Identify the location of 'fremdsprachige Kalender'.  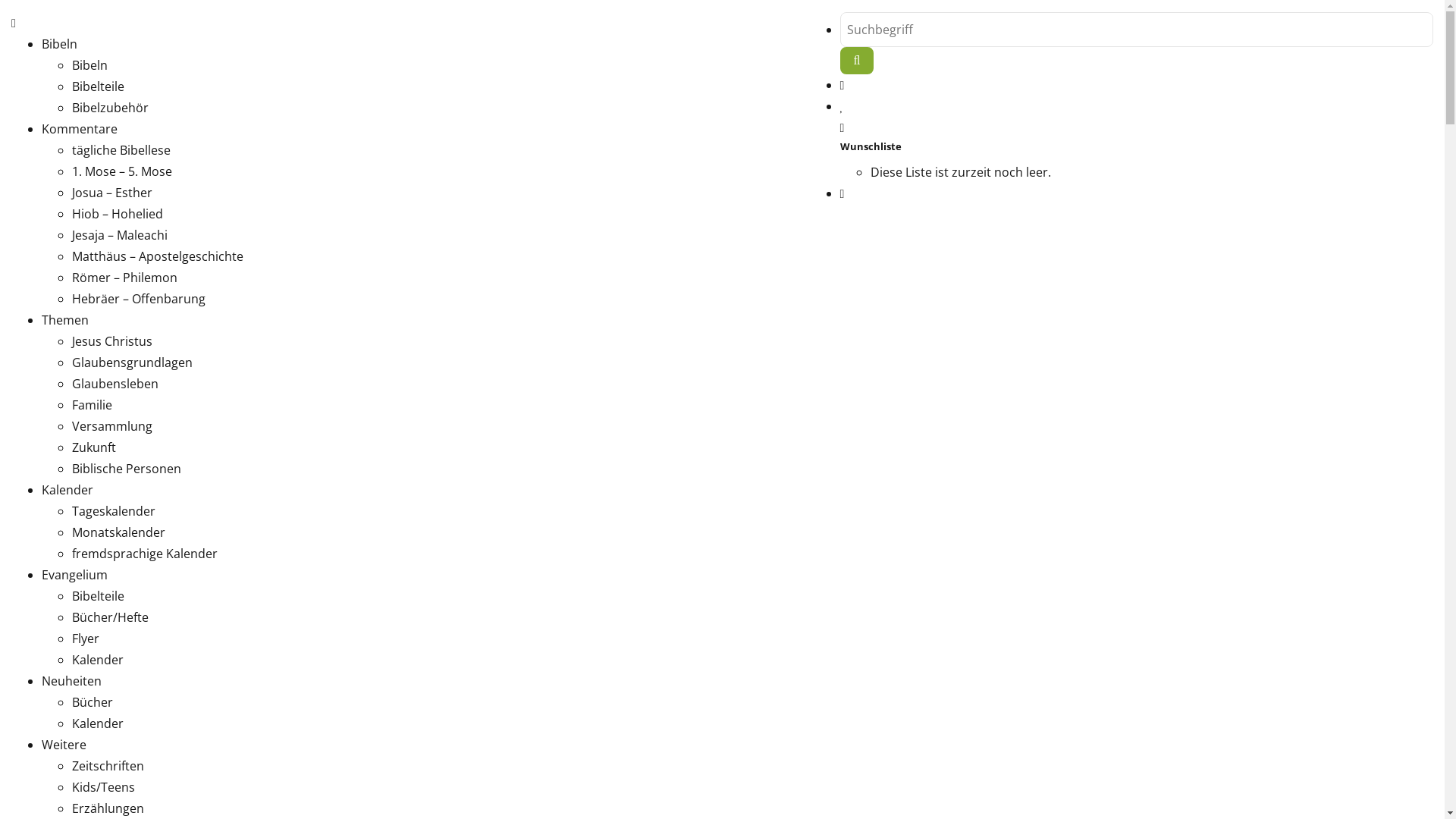
(145, 553).